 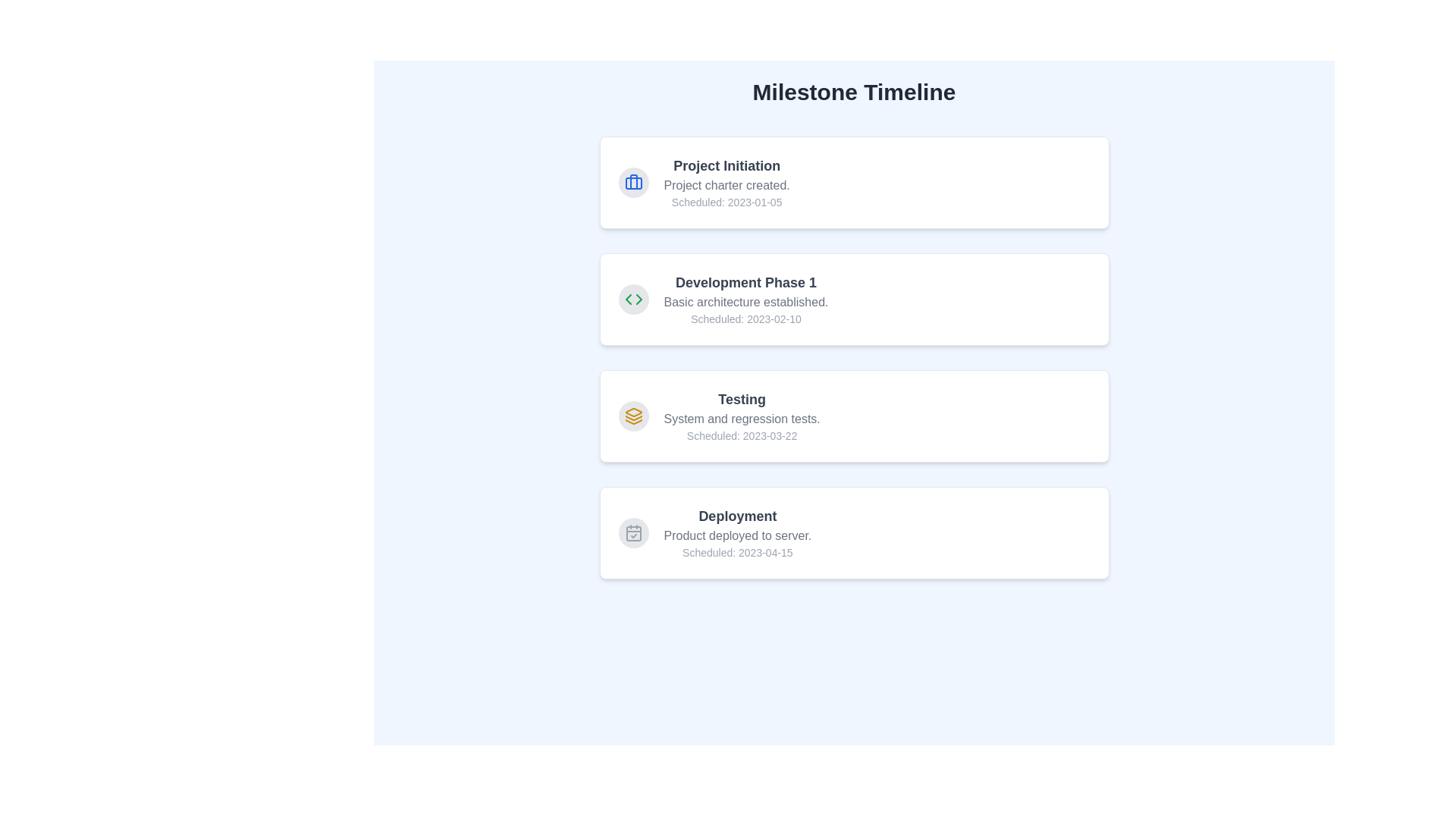 I want to click on the text label that reads 'Product deployed to server.' in the fourth milestone card, which is styled in gray color and appears below the heading 'Deployment', so click(x=737, y=535).